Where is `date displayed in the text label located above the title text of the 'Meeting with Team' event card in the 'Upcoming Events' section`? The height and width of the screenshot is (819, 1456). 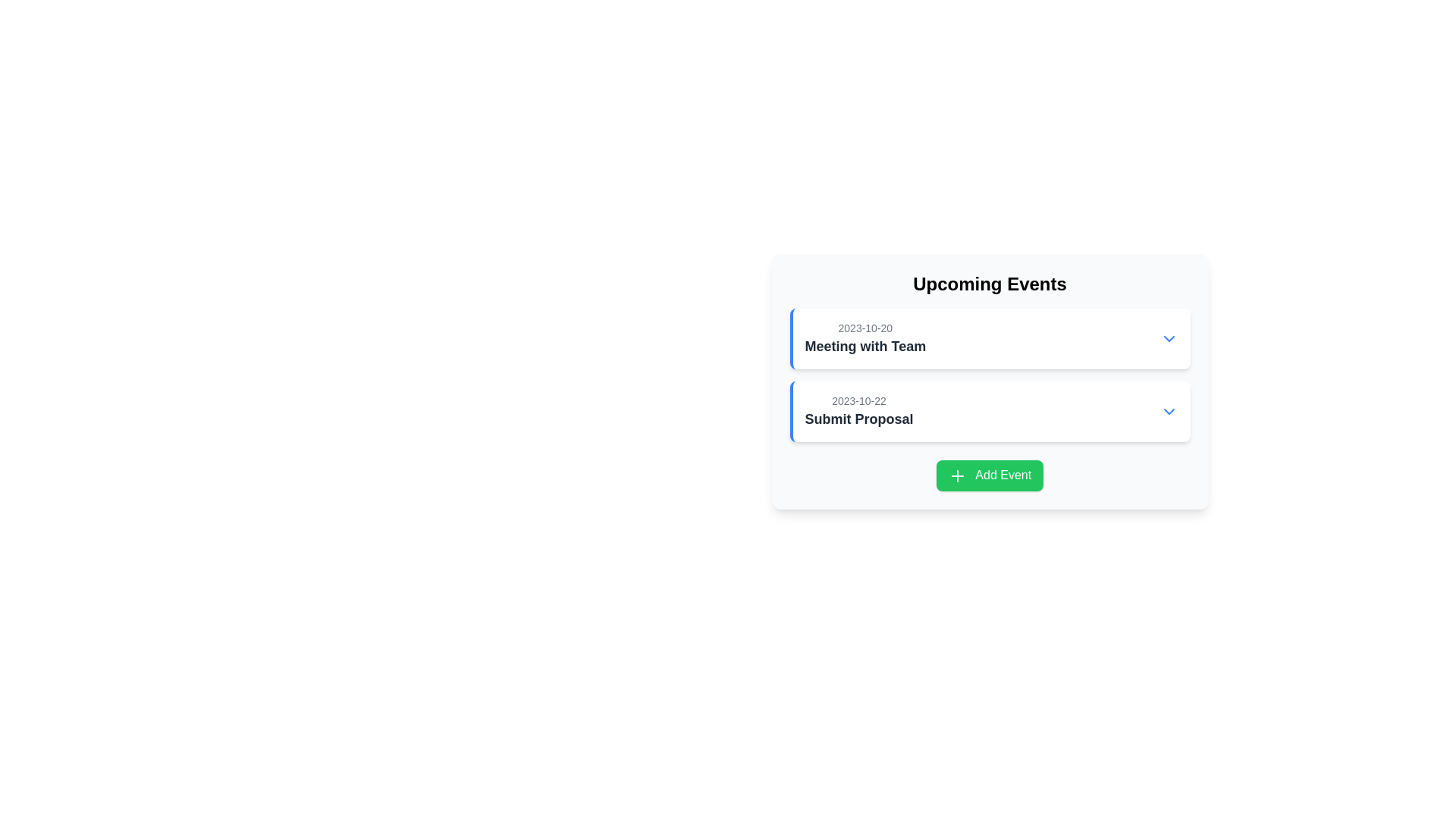
date displayed in the text label located above the title text of the 'Meeting with Team' event card in the 'Upcoming Events' section is located at coordinates (865, 327).